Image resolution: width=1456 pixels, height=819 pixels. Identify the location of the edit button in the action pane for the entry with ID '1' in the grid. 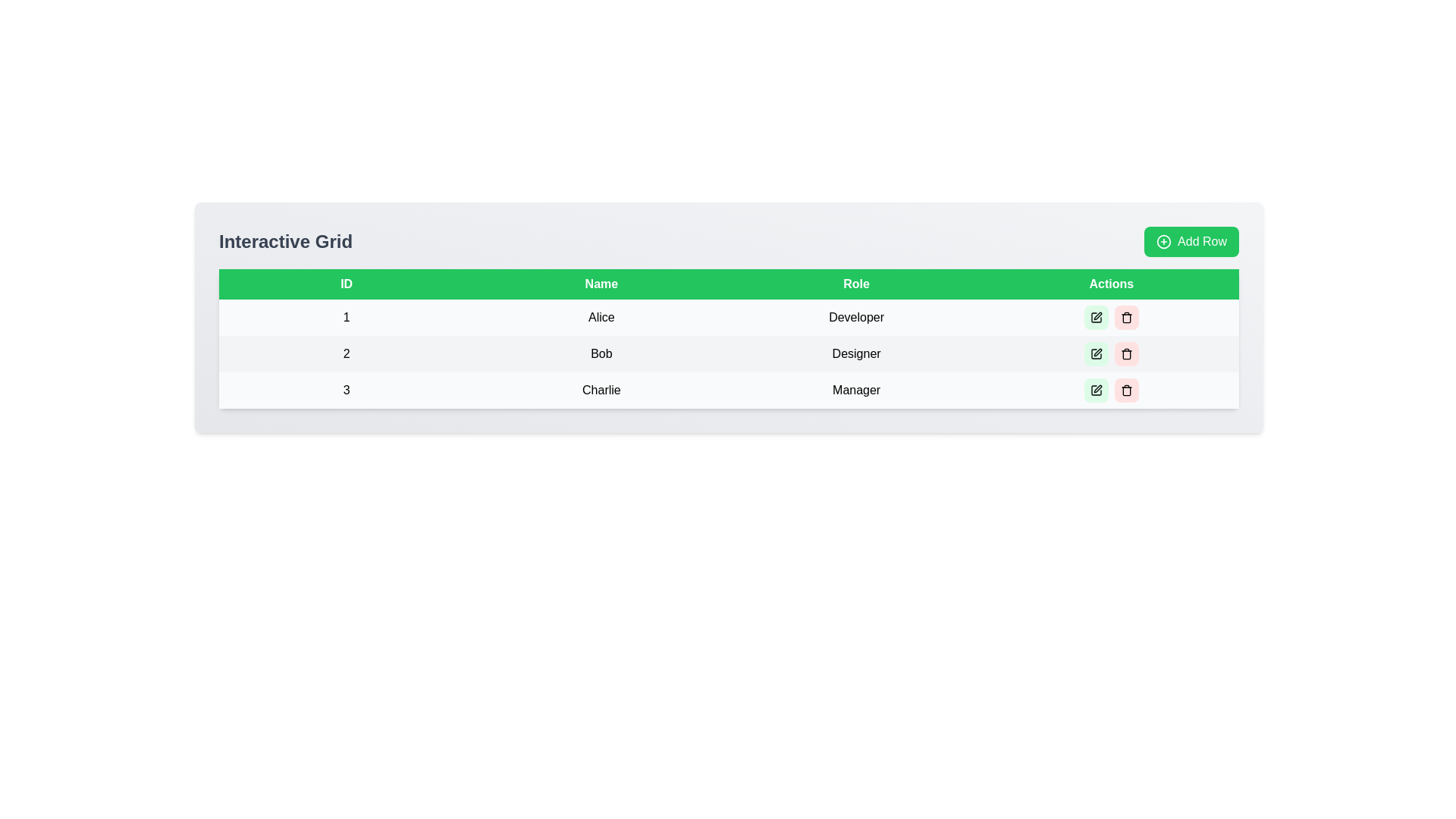
(1111, 317).